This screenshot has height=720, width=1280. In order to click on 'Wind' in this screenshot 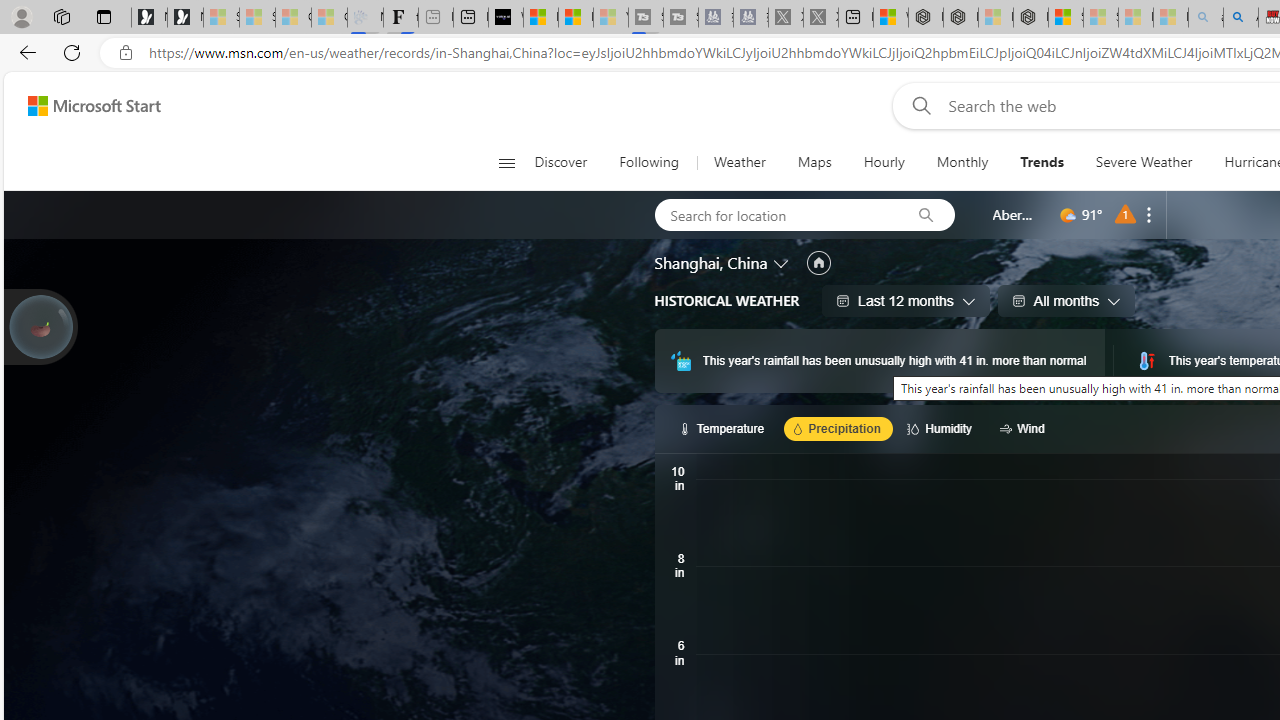, I will do `click(1025, 427)`.